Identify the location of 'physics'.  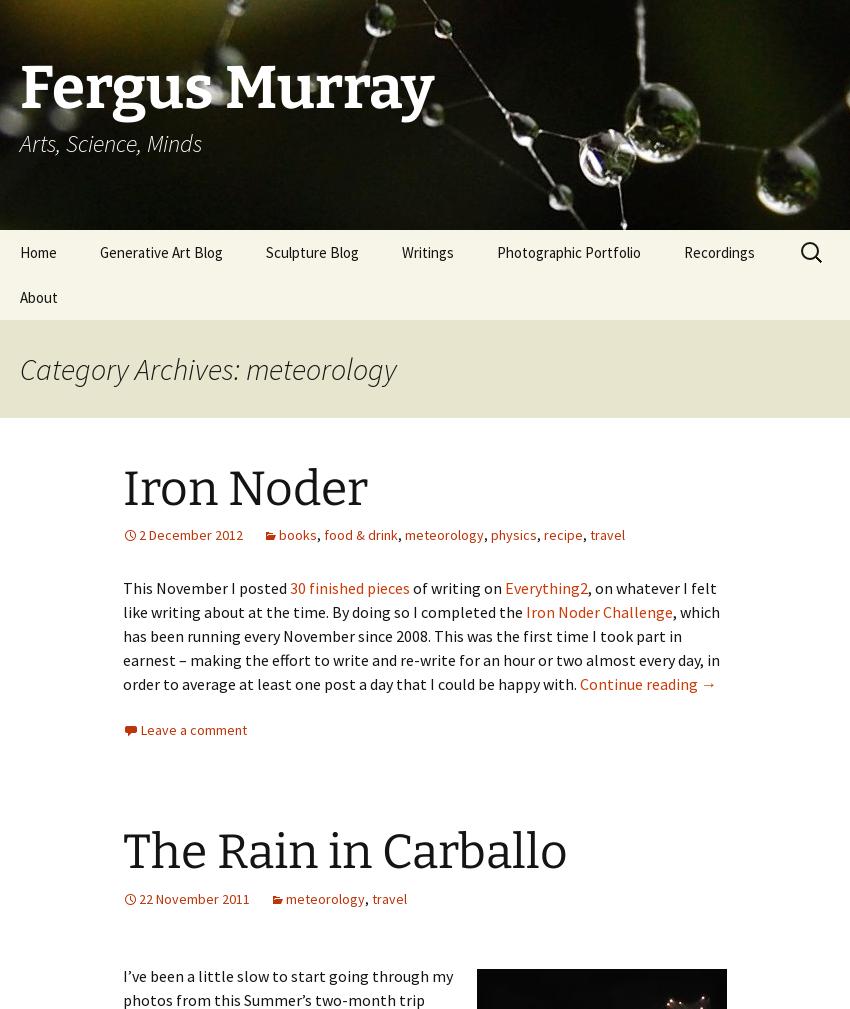
(512, 534).